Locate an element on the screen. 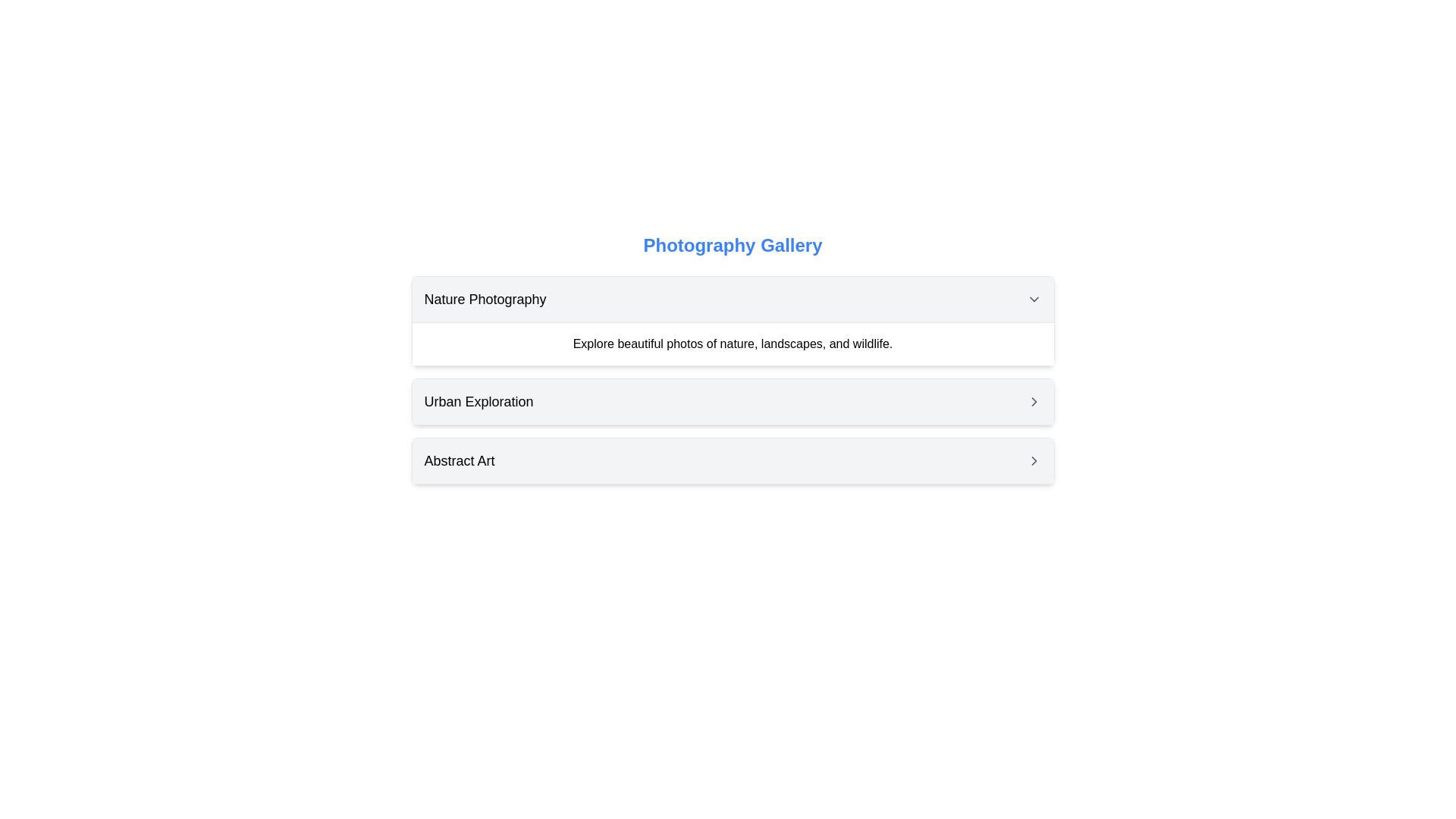  the right-pointing chevron icon, which is styled in light gray and located to the far right of the 'Abstract Art' list item is located at coordinates (1033, 460).